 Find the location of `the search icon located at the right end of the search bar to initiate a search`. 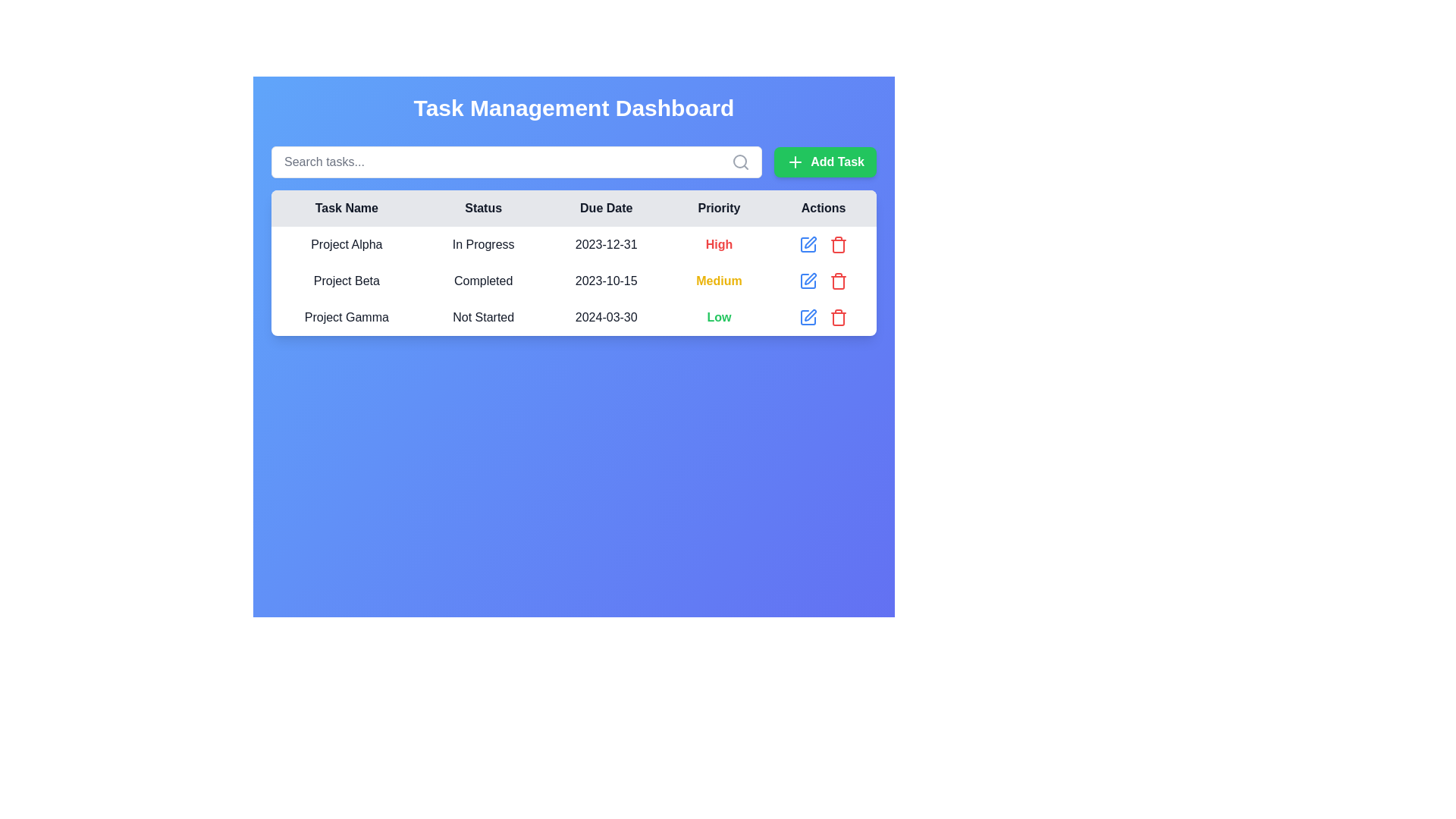

the search icon located at the right end of the search bar to initiate a search is located at coordinates (741, 162).